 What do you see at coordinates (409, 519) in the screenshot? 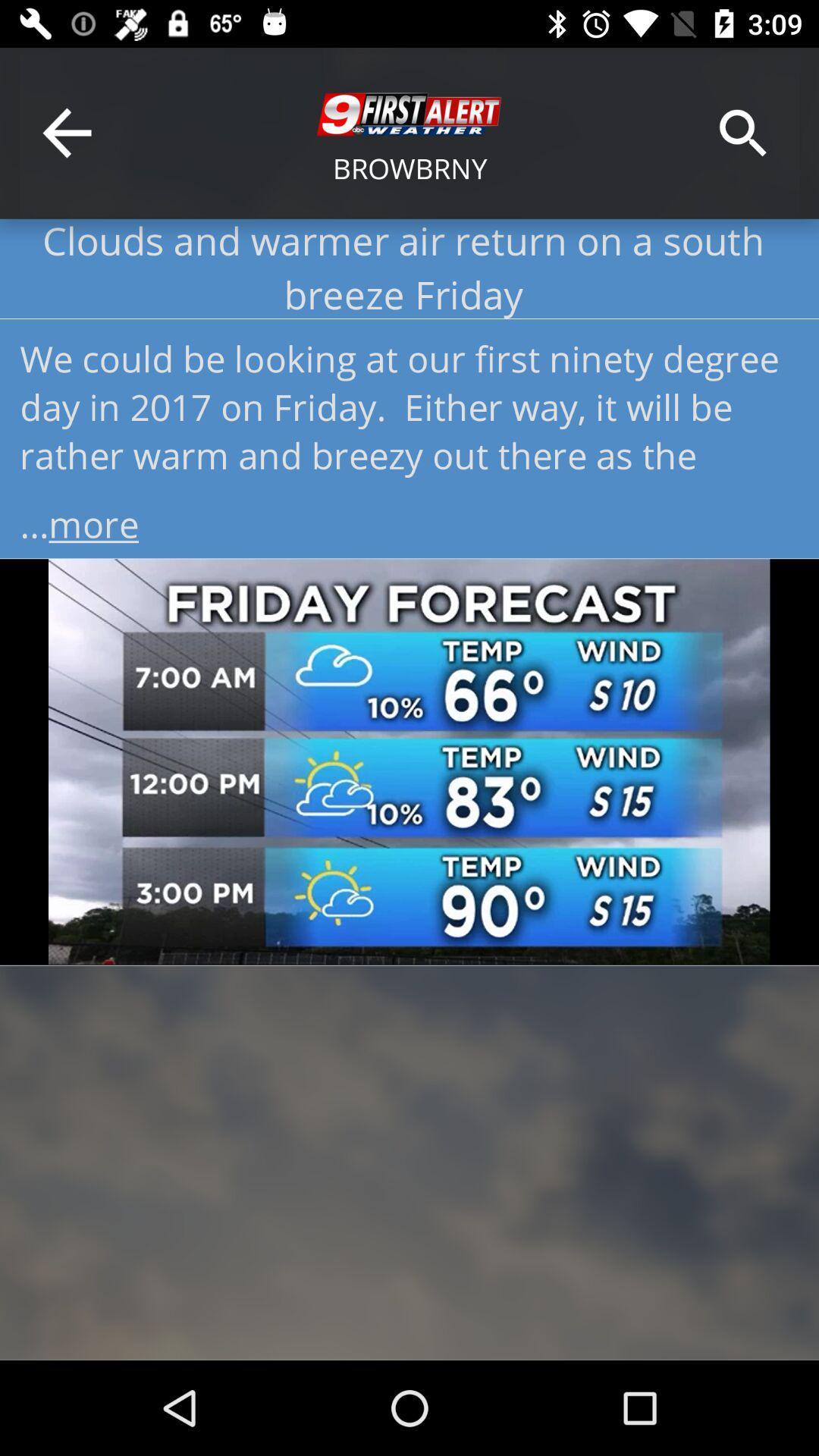
I see `...more` at bounding box center [409, 519].